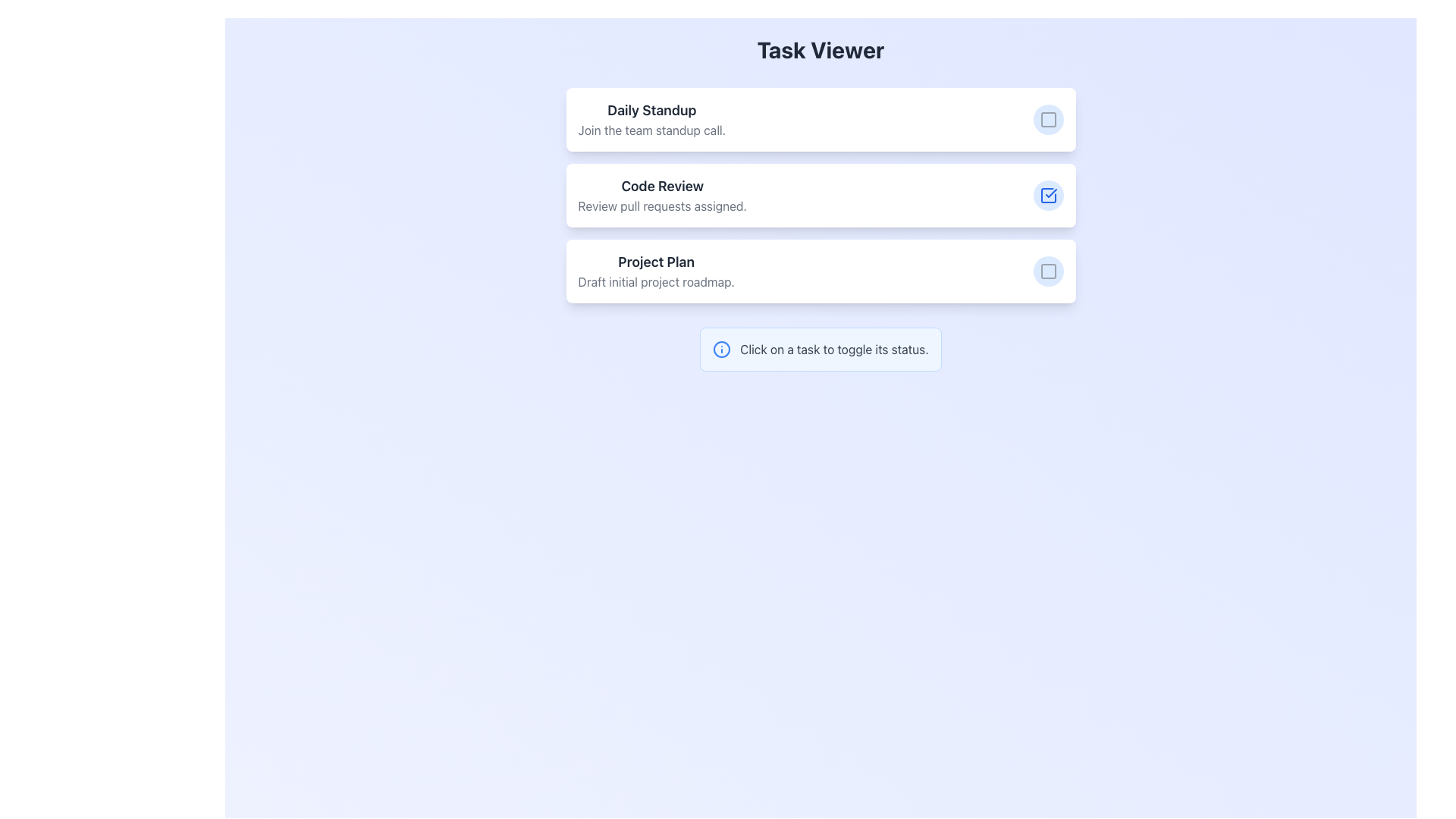 Image resolution: width=1456 pixels, height=819 pixels. I want to click on static text label that displays 'Draft initial project roadmap.' located under the 'Project Plan' title within the task item section, so click(656, 281).